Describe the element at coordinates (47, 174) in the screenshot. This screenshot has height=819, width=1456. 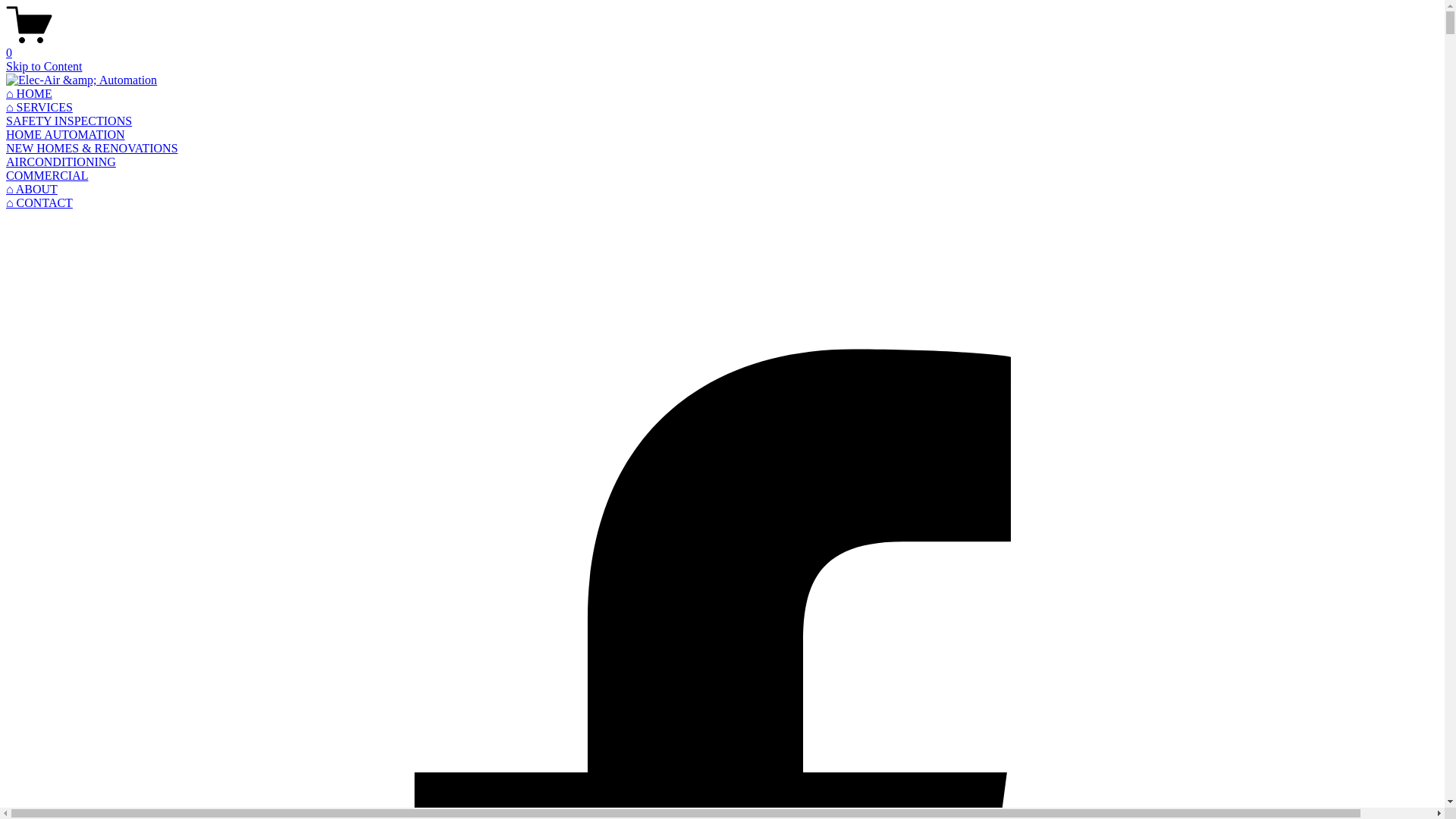
I see `'COMMERCIAL'` at that location.